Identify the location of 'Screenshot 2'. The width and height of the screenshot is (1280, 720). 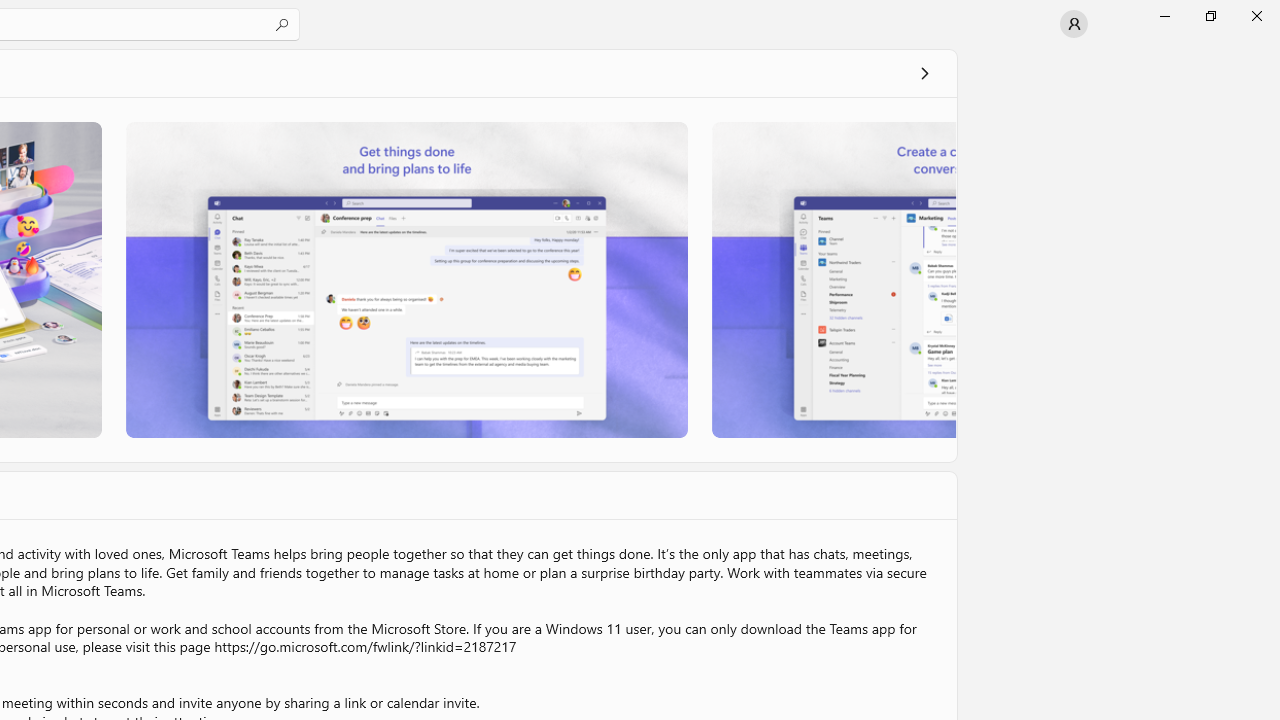
(406, 279).